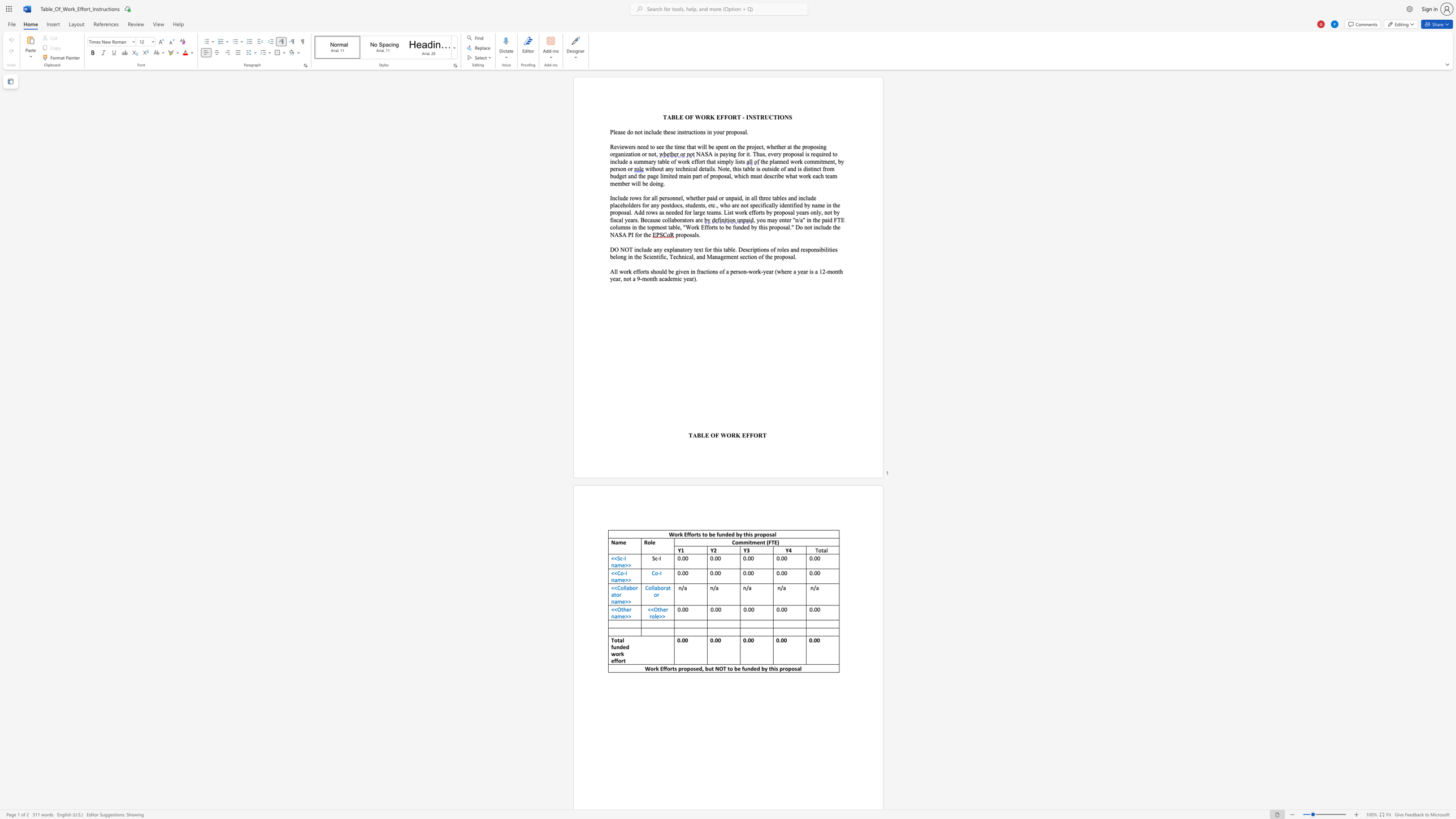 The height and width of the screenshot is (819, 1456). I want to click on the space between the continuous character "s" and "i" in the text, so click(771, 169).